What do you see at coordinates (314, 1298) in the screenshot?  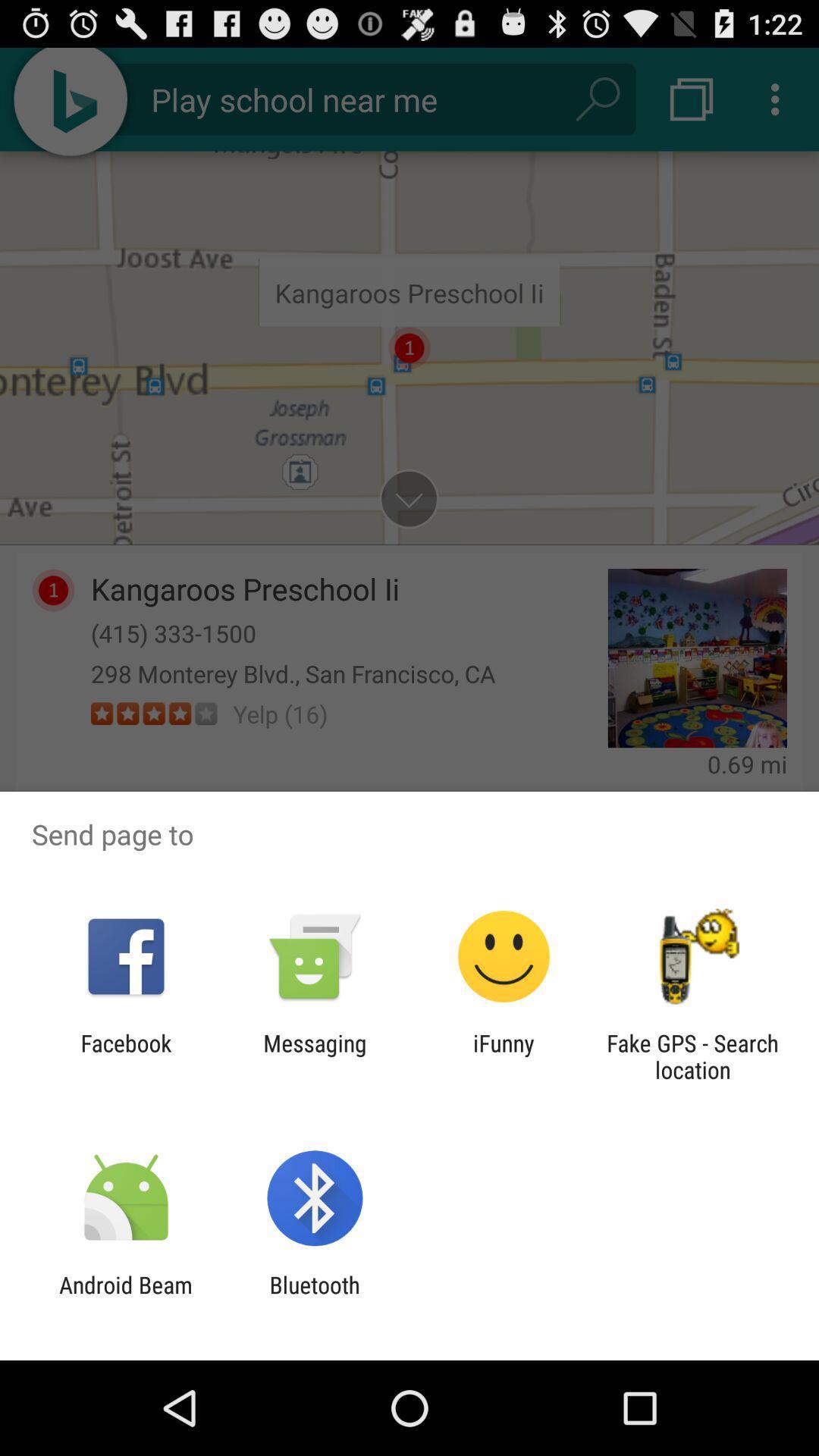 I see `item next to android beam` at bounding box center [314, 1298].